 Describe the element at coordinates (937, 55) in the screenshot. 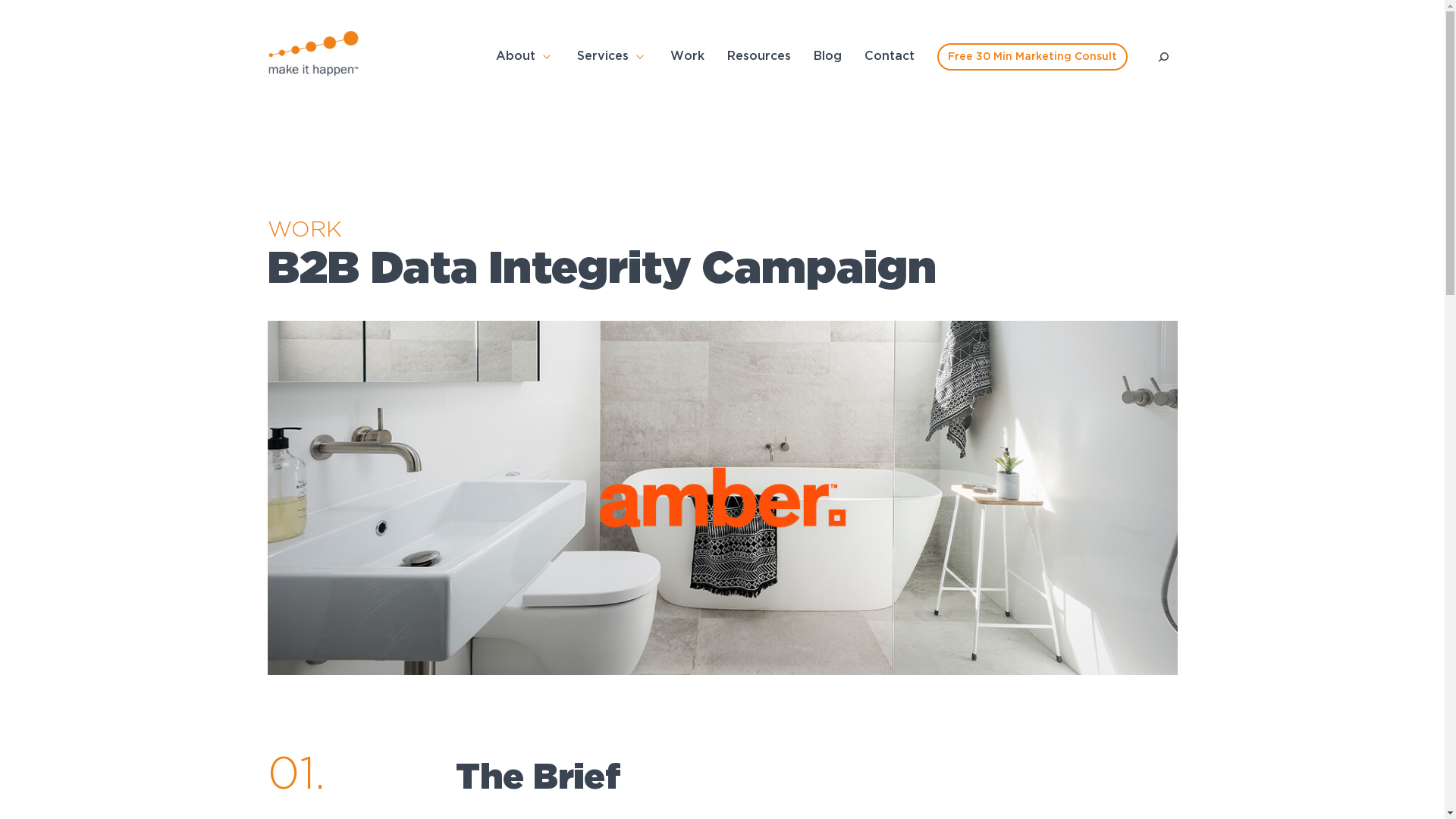

I see `'Free 30 Min Marketing Consult'` at that location.